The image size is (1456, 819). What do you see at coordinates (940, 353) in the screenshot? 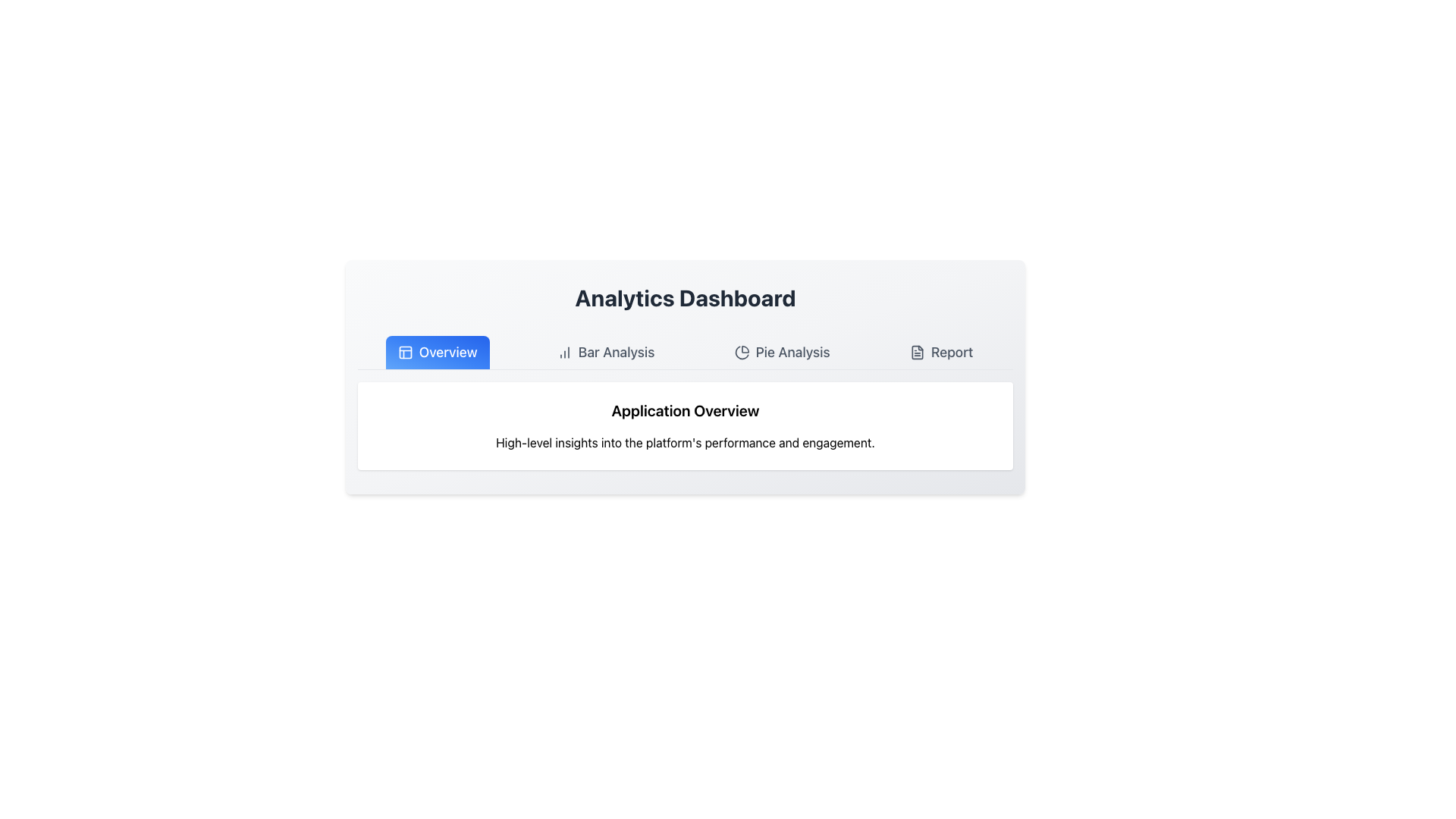
I see `the fourth button in the horizontal menu at the top of the interface` at bounding box center [940, 353].